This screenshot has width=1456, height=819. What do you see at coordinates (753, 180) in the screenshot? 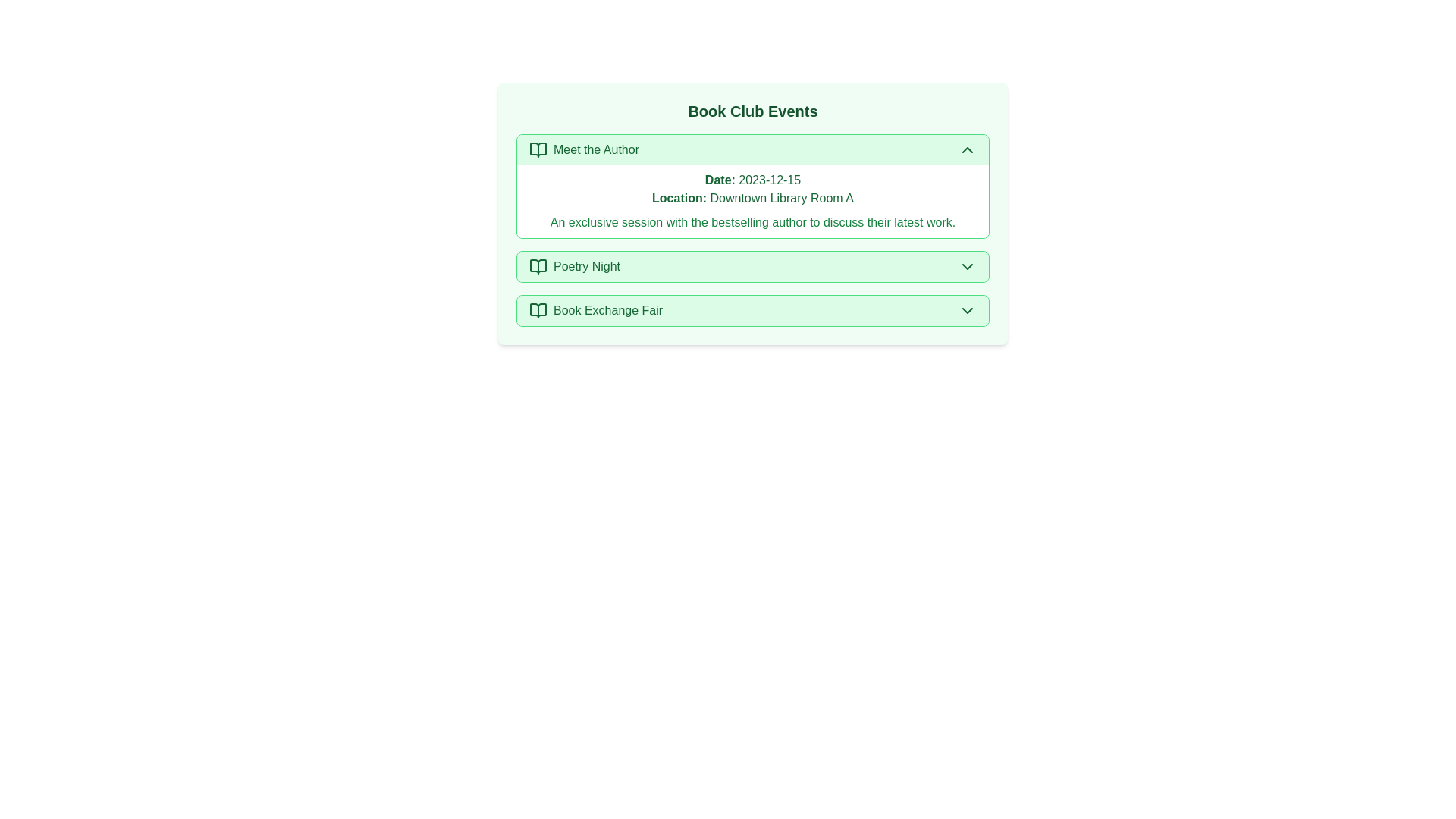
I see `static text label that displays the date of the event, located above the 'Location: Downtown Library Room A' line in the 'Meet the Author' section of the 'Book Club Events' interface` at bounding box center [753, 180].